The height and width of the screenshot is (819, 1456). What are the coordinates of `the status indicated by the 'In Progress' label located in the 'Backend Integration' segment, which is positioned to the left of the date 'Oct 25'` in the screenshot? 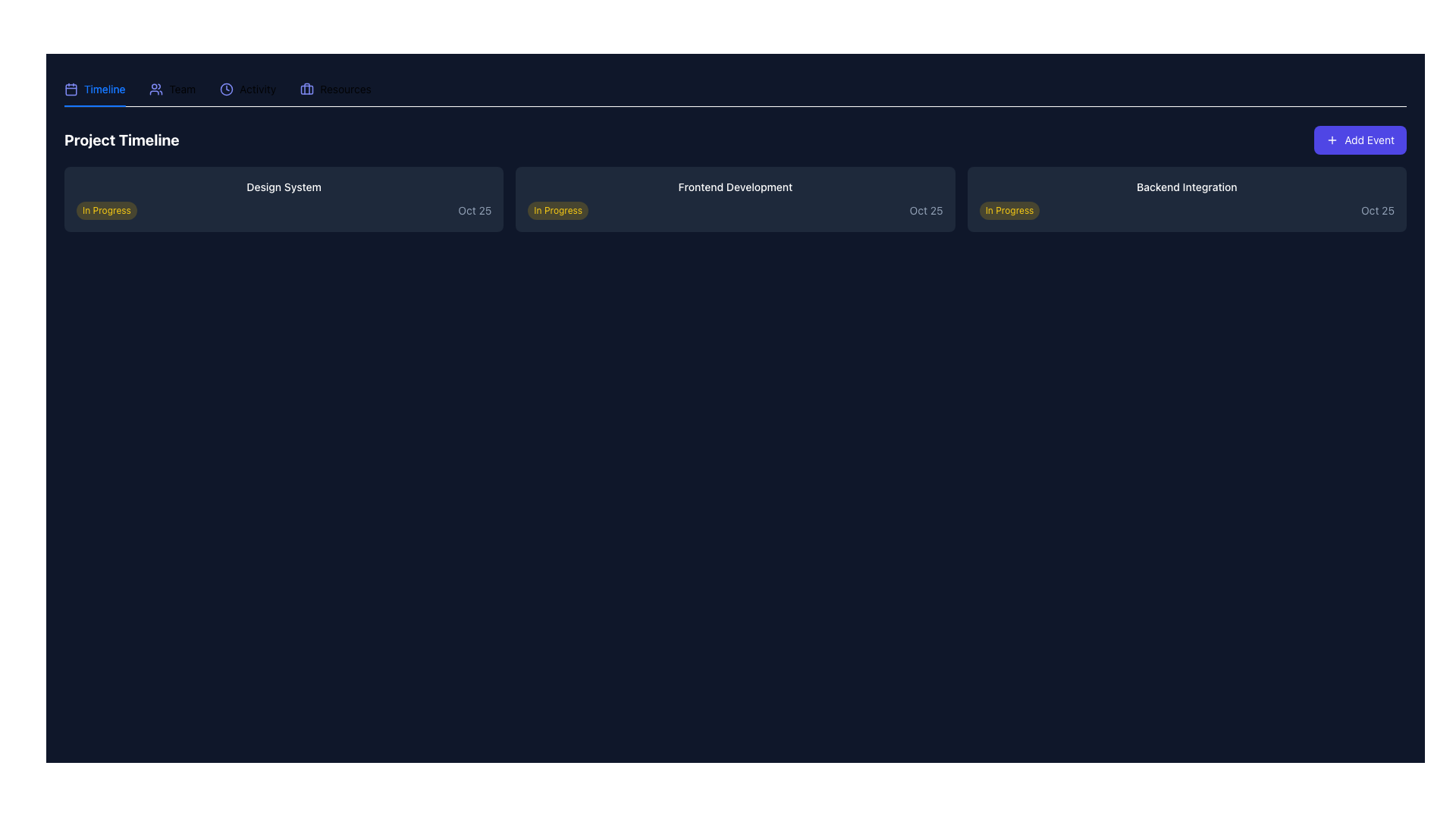 It's located at (1009, 210).